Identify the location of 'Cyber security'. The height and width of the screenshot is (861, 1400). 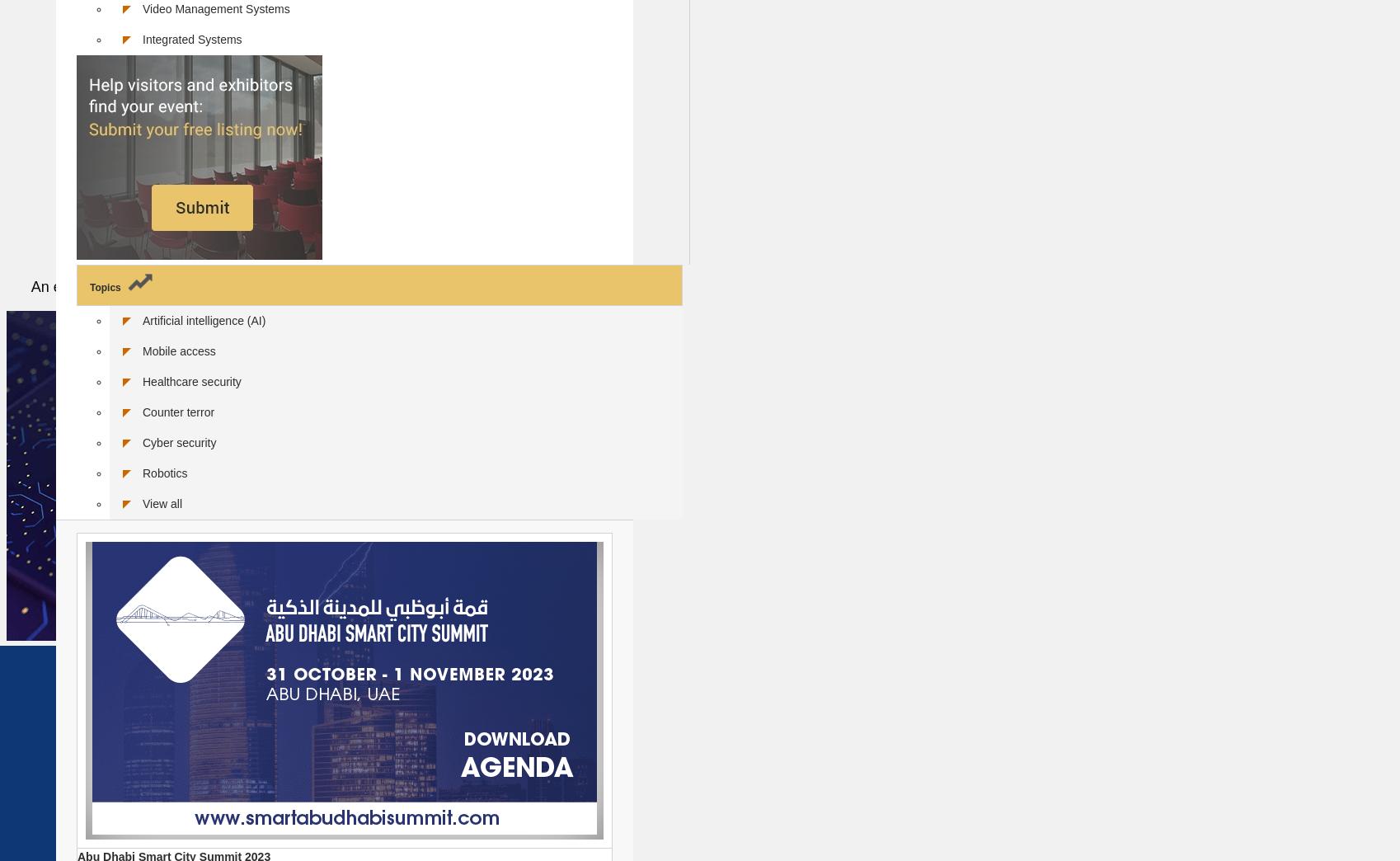
(143, 440).